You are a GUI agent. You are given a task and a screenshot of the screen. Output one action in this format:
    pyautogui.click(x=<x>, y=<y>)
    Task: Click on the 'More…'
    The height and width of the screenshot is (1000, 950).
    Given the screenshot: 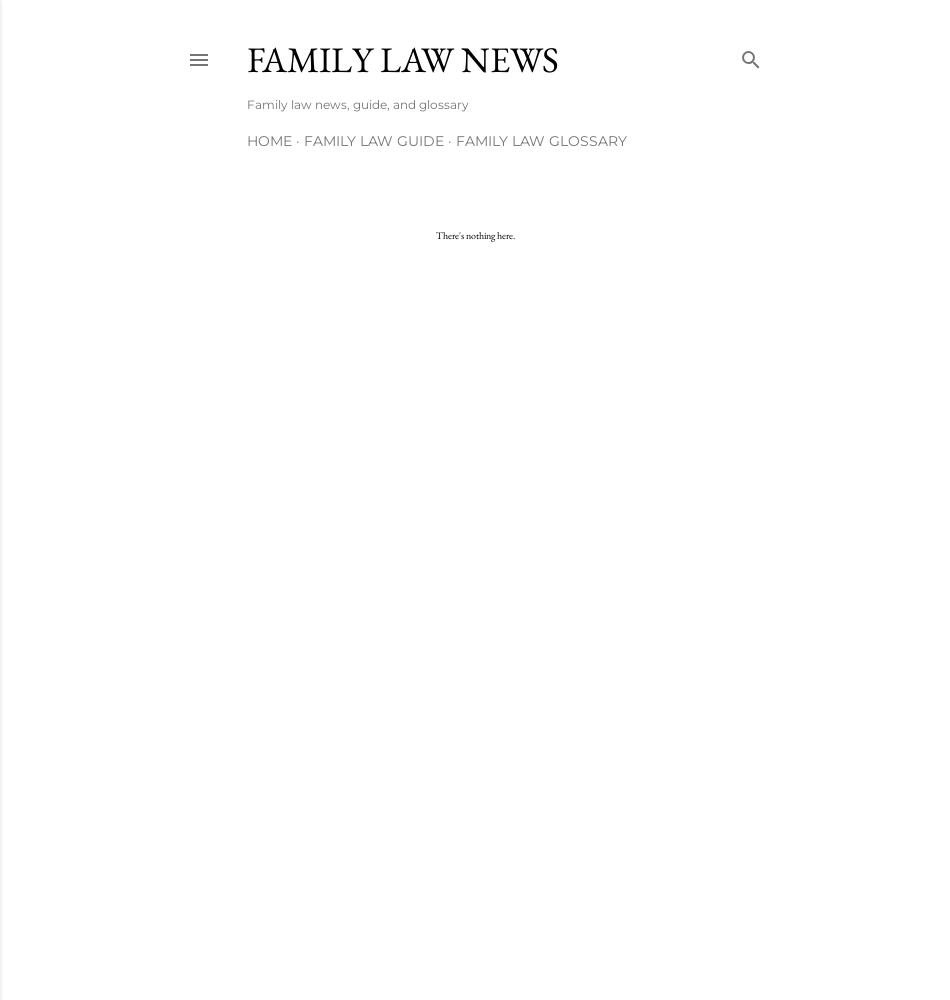 What is the action you would take?
    pyautogui.click(x=246, y=196)
    